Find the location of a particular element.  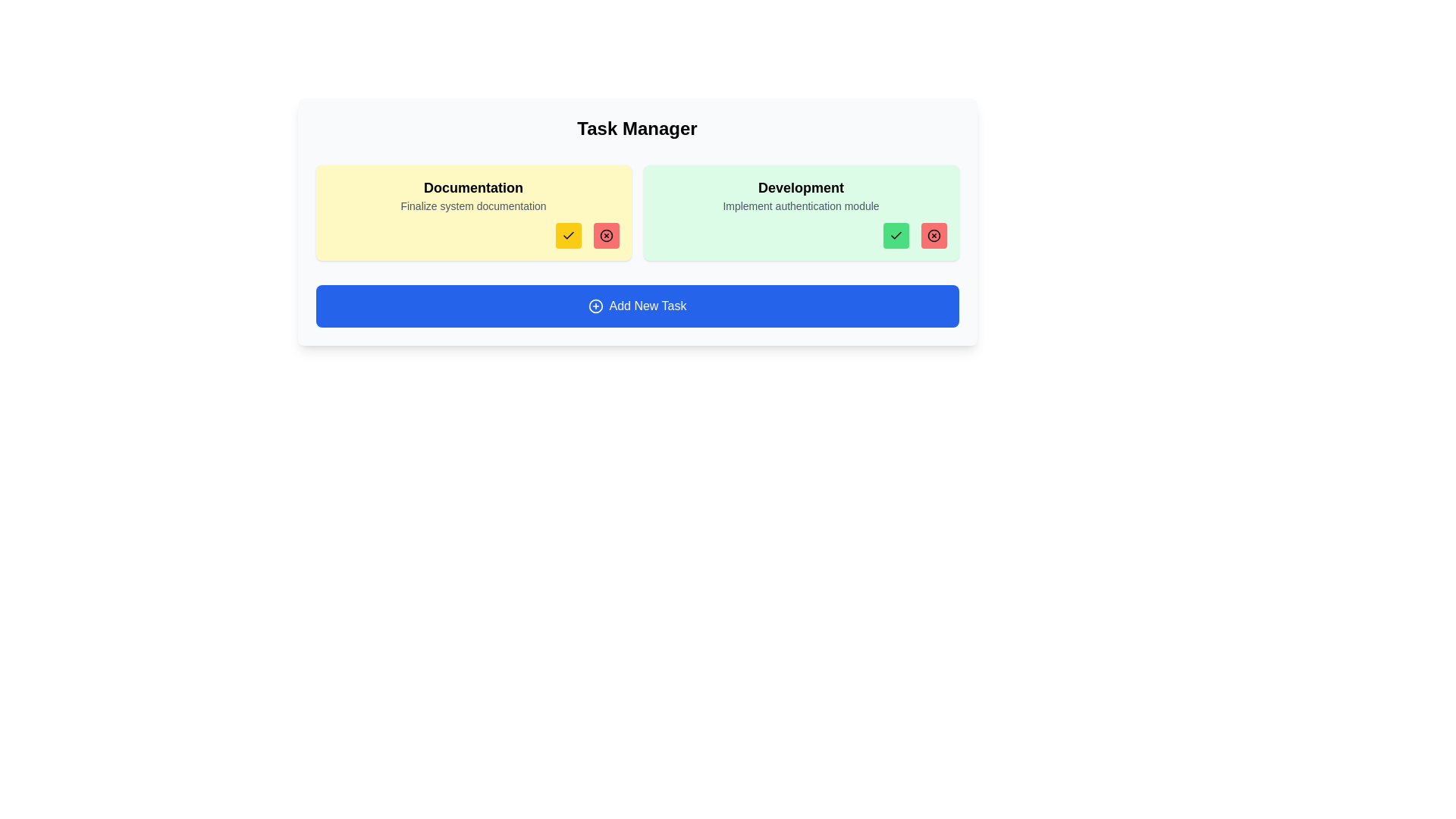

the red button with rounded corners and an 'X' icon, located at the top-right corner inside the yellow background section labeled 'Documentation' is located at coordinates (605, 236).